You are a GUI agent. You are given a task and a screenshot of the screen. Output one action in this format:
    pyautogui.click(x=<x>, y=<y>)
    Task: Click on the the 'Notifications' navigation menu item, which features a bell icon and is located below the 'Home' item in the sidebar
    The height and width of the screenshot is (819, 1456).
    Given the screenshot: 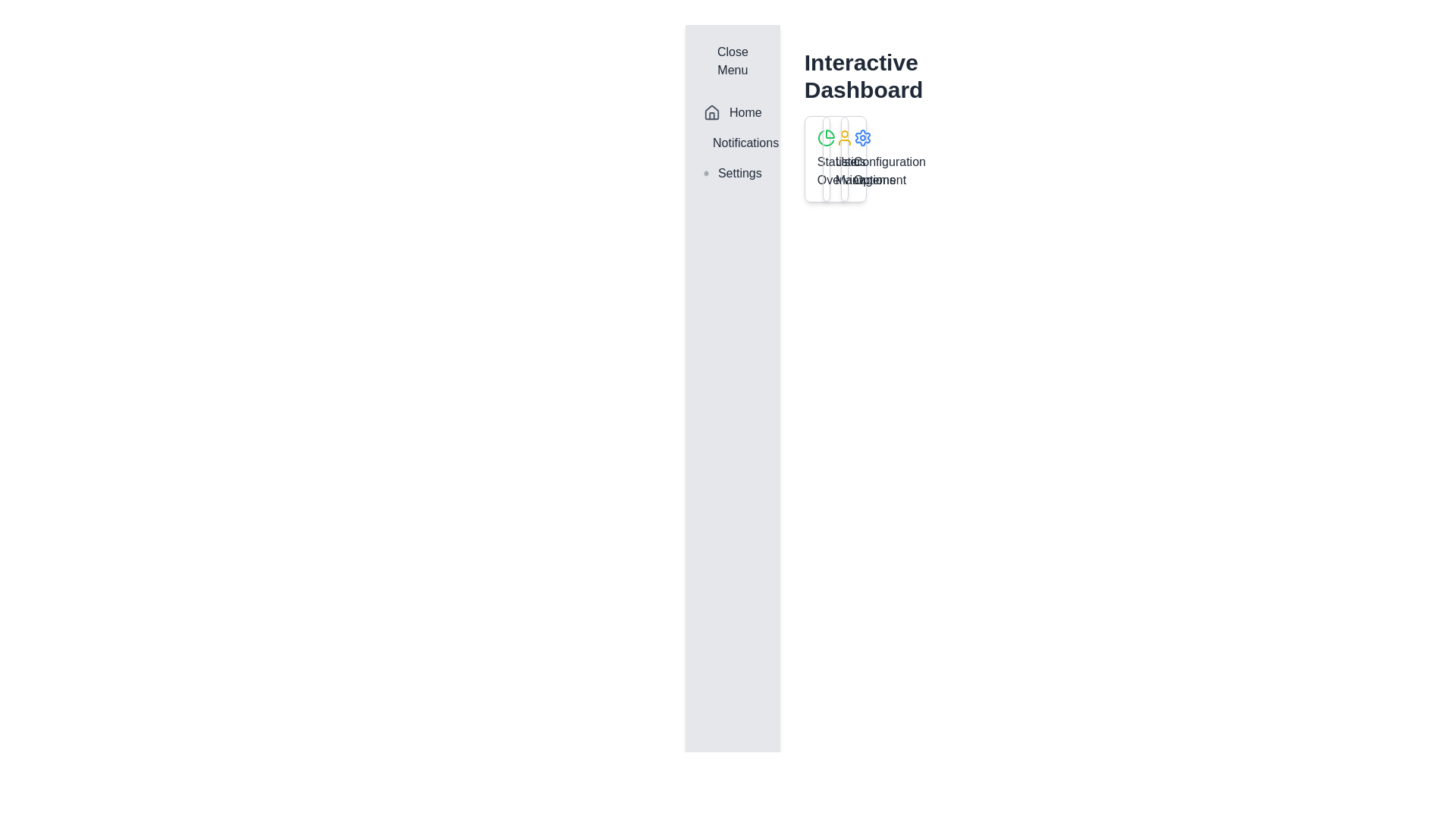 What is the action you would take?
    pyautogui.click(x=733, y=143)
    